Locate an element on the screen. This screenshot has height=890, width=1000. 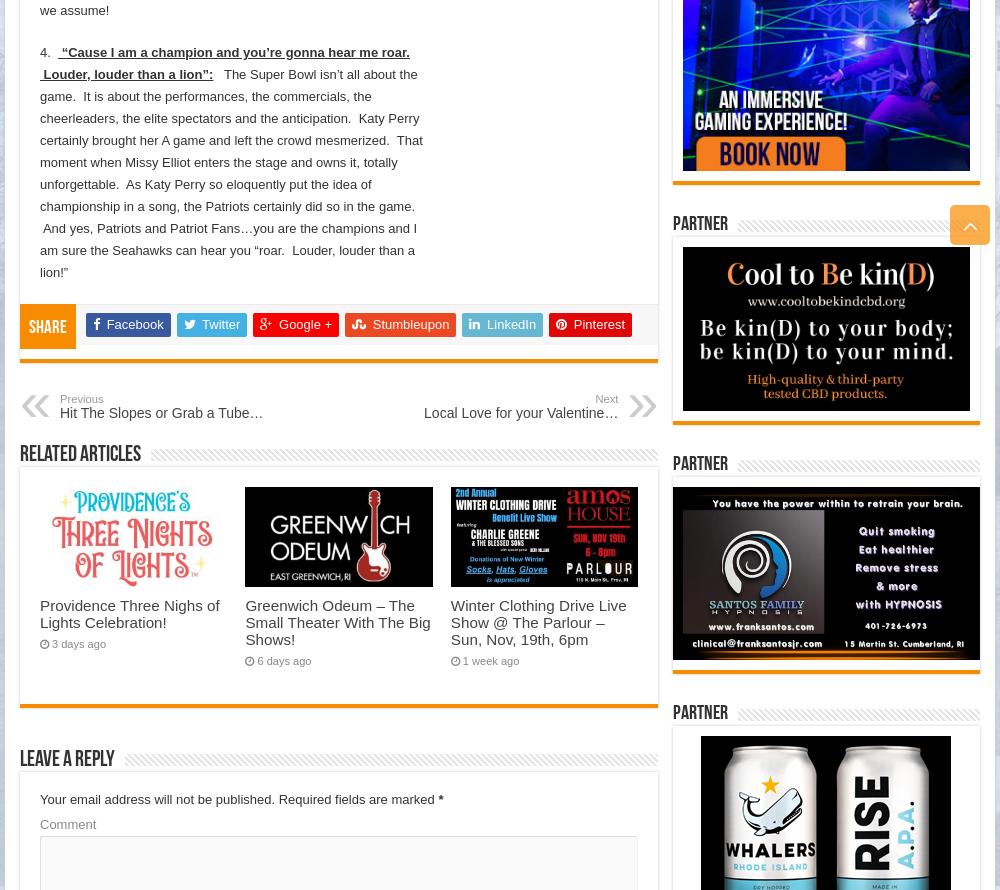
'6 days ago' is located at coordinates (284, 660).